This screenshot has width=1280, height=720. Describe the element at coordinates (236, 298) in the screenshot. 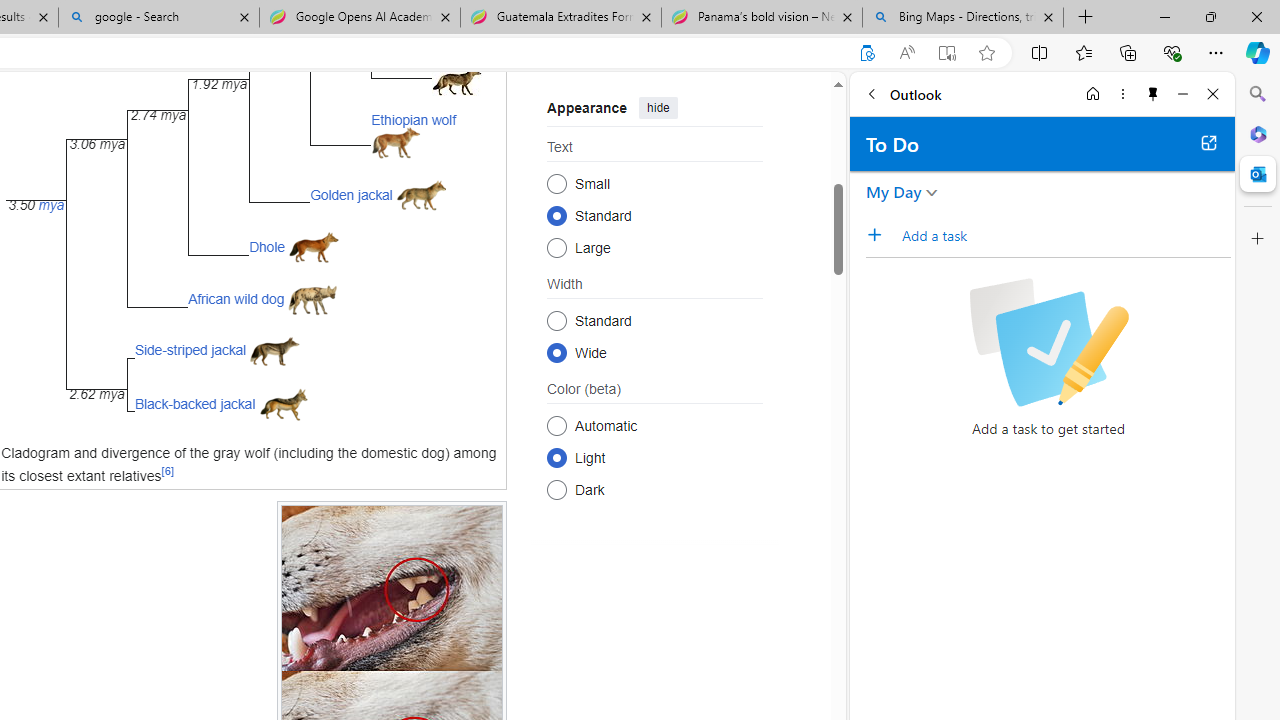

I see `'African wild dog'` at that location.